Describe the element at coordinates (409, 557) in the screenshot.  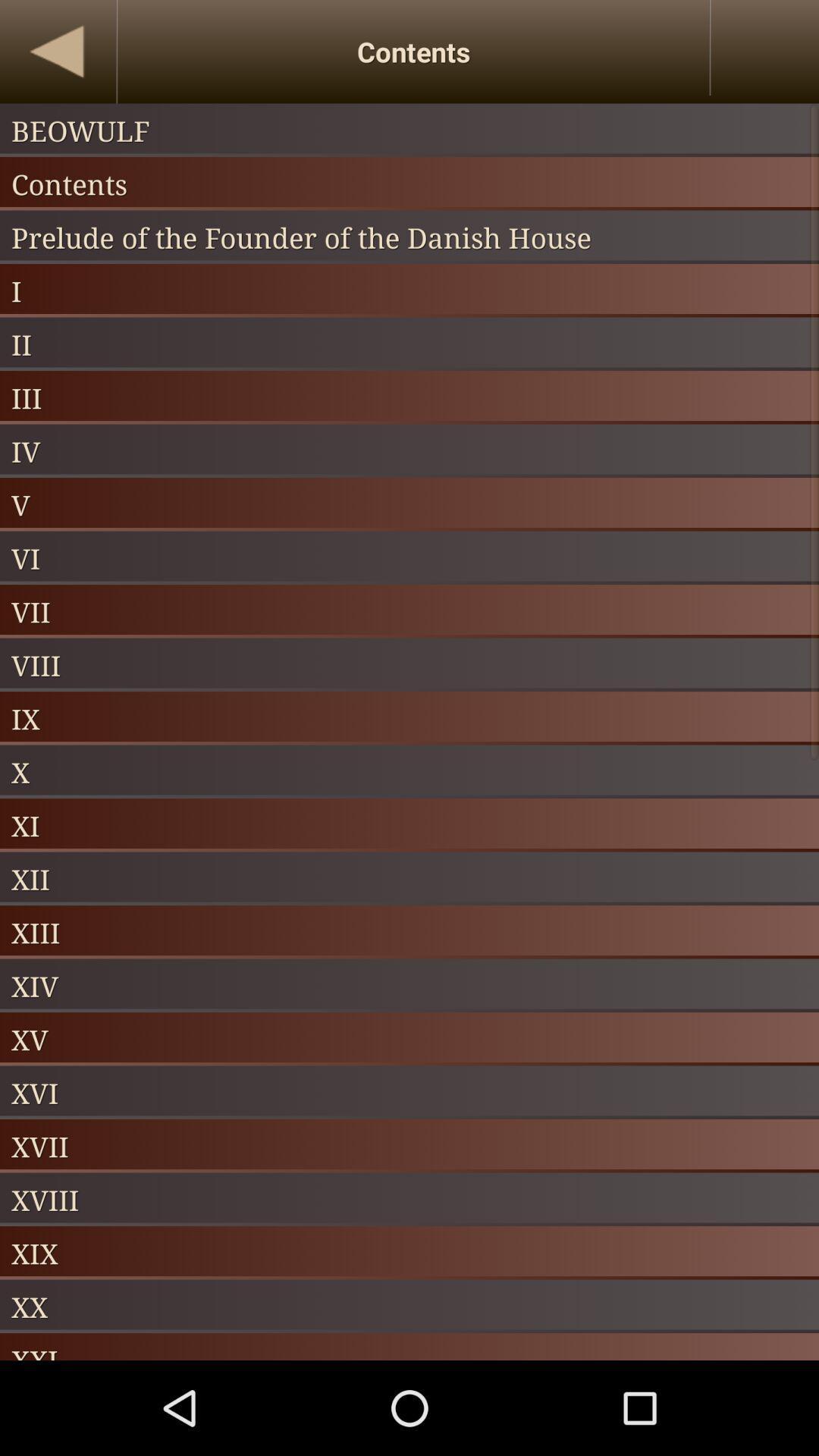
I see `icon above the vii icon` at that location.